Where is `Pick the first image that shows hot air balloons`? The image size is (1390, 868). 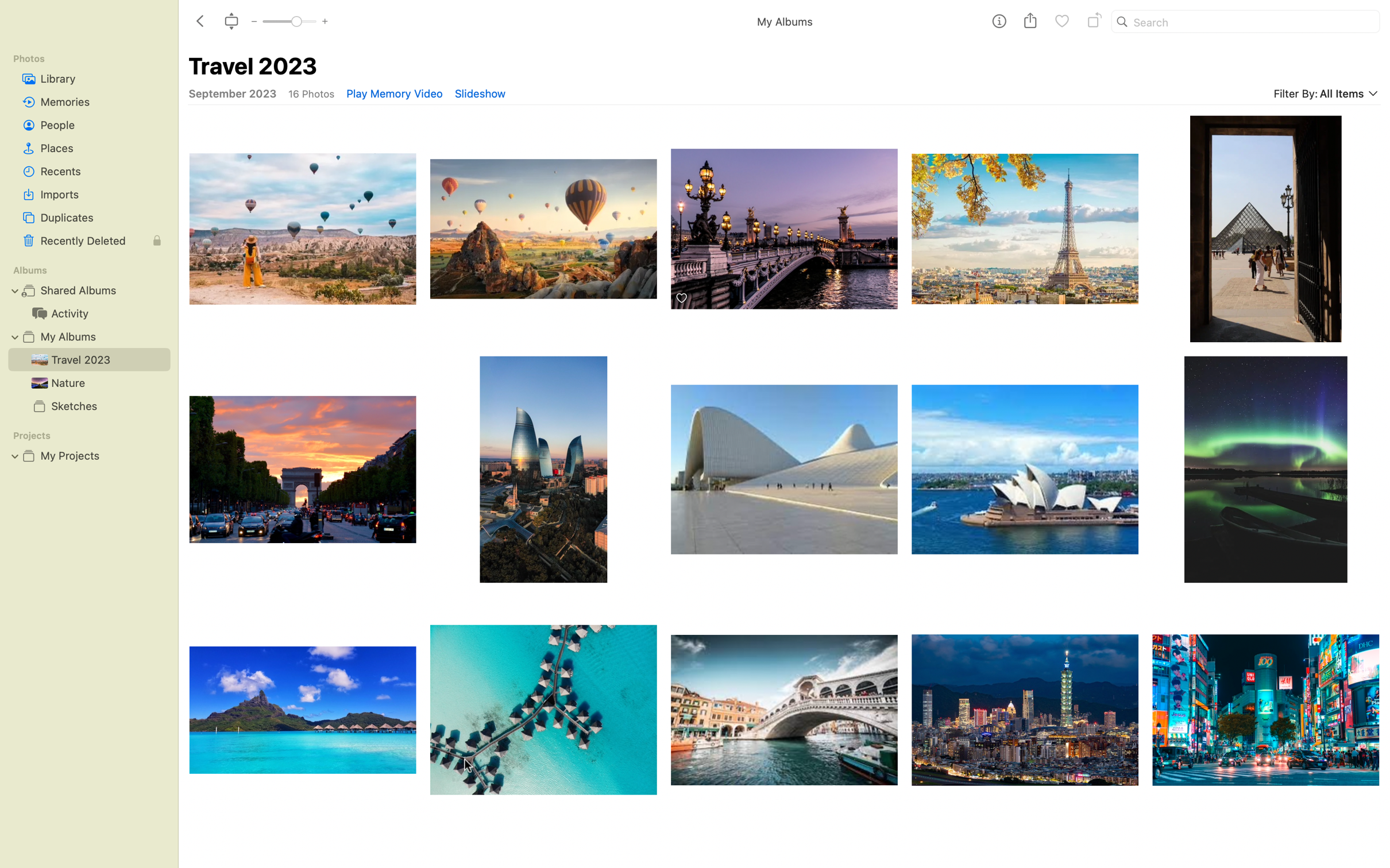
Pick the first image that shows hot air balloons is located at coordinates (301, 223).